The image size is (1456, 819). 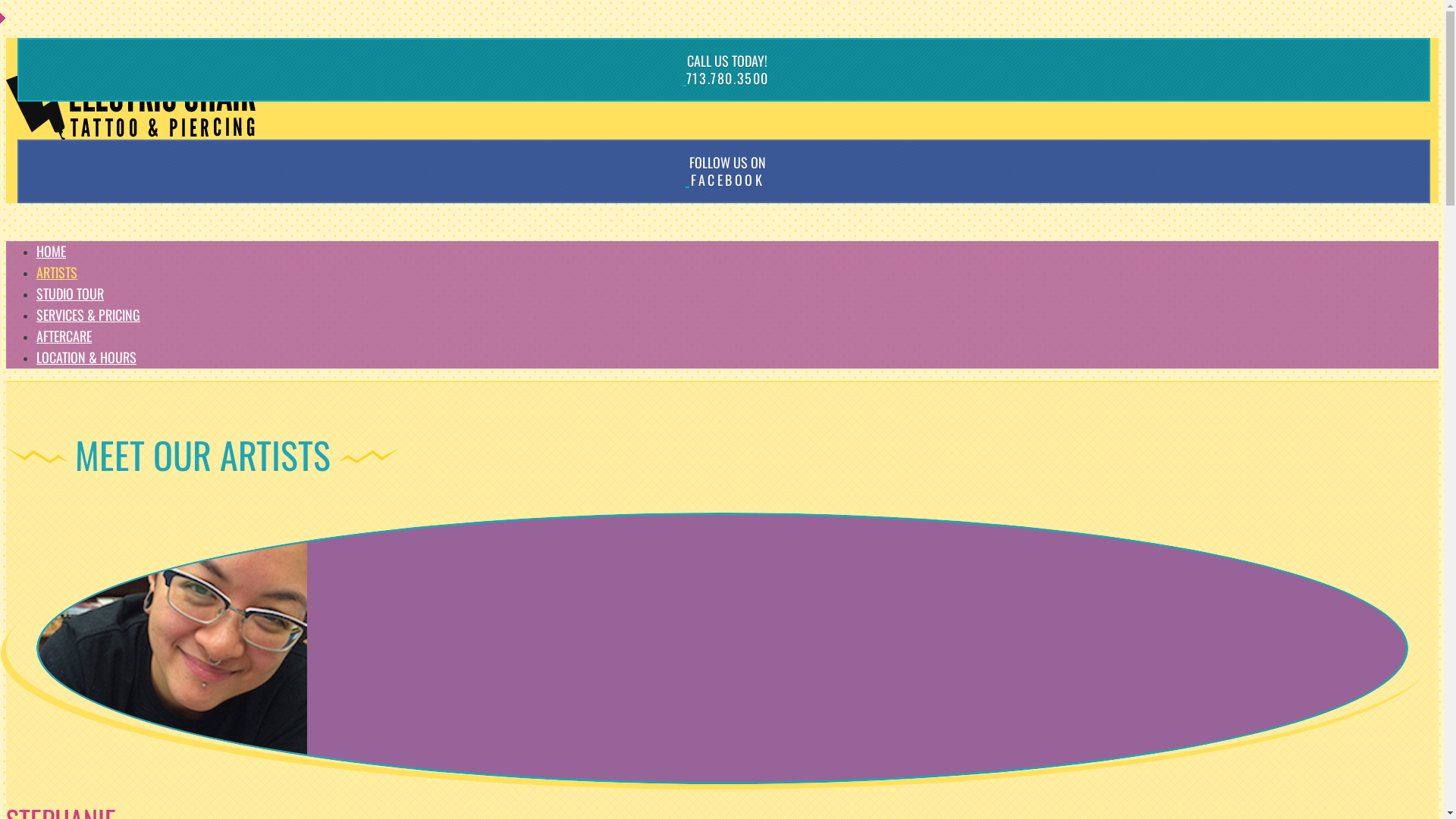 I want to click on 'ARTISTS', so click(x=57, y=271).